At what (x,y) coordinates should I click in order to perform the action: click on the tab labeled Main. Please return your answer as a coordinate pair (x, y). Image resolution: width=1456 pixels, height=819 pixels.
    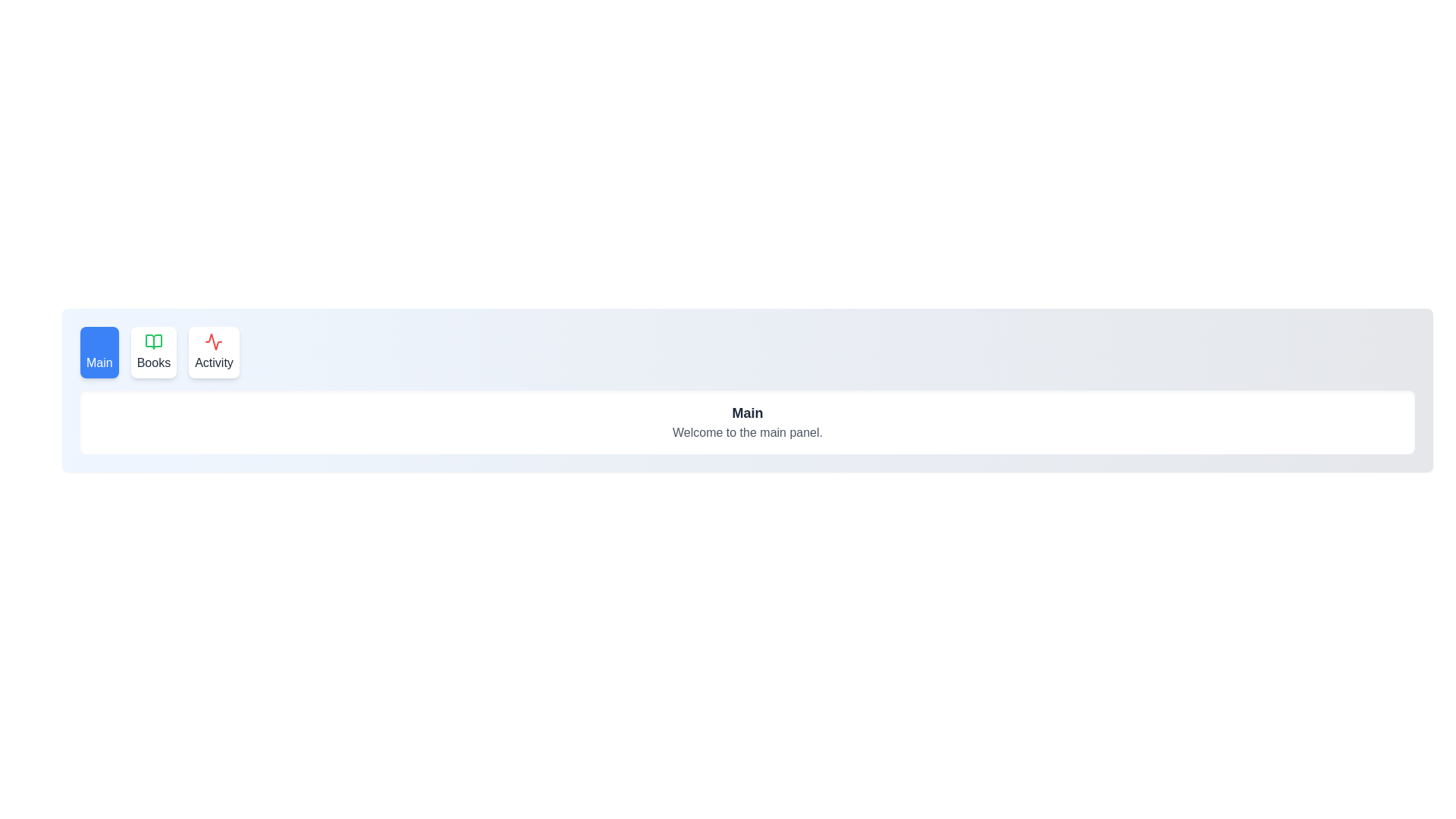
    Looking at the image, I should click on (98, 353).